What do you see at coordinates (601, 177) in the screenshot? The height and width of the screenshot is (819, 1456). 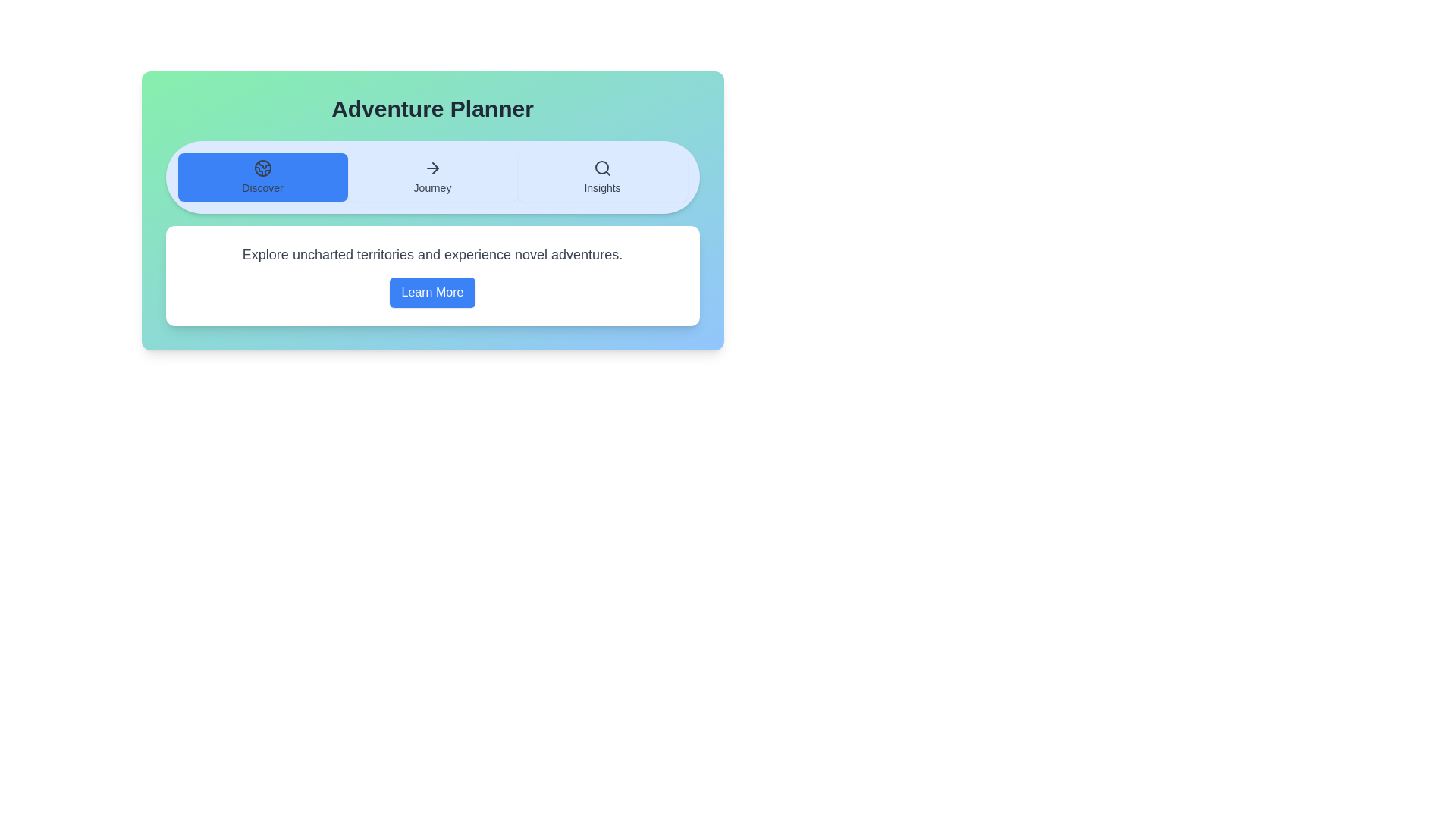 I see `the third button from the left in the tab group, which allows users` at bounding box center [601, 177].